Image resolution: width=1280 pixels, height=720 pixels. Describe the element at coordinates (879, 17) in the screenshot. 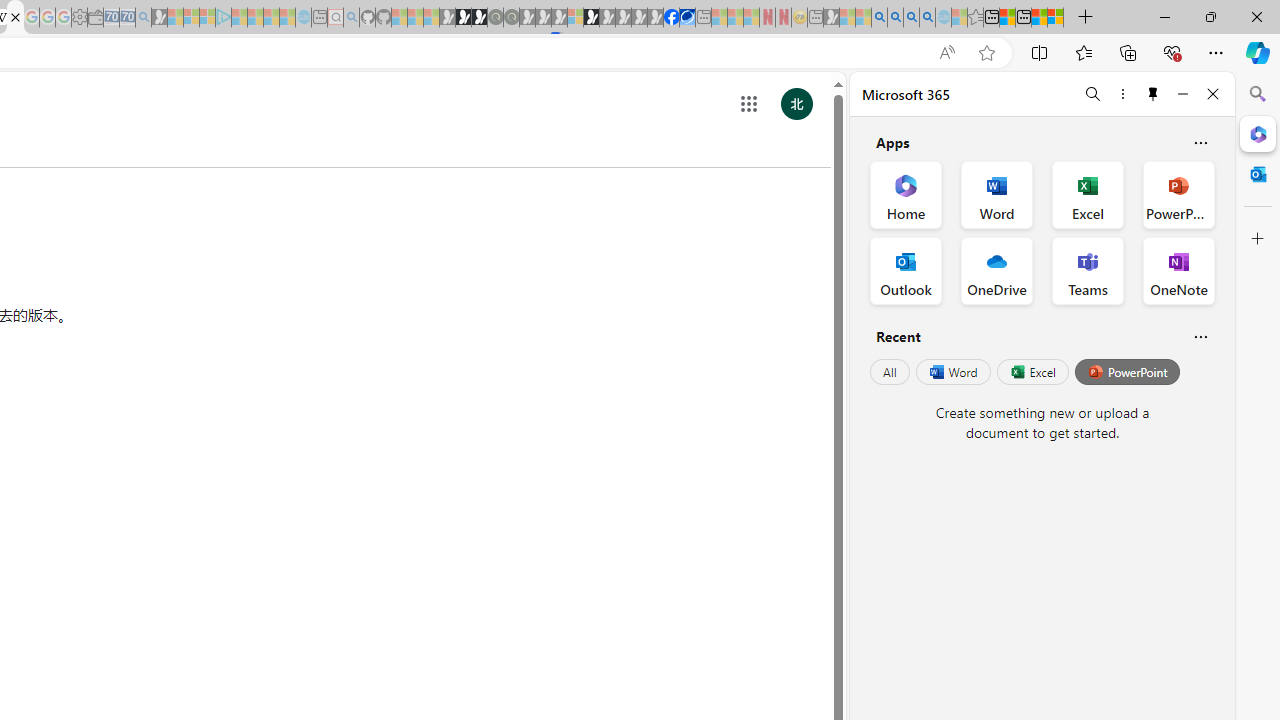

I see `'Bing AI - Search'` at that location.